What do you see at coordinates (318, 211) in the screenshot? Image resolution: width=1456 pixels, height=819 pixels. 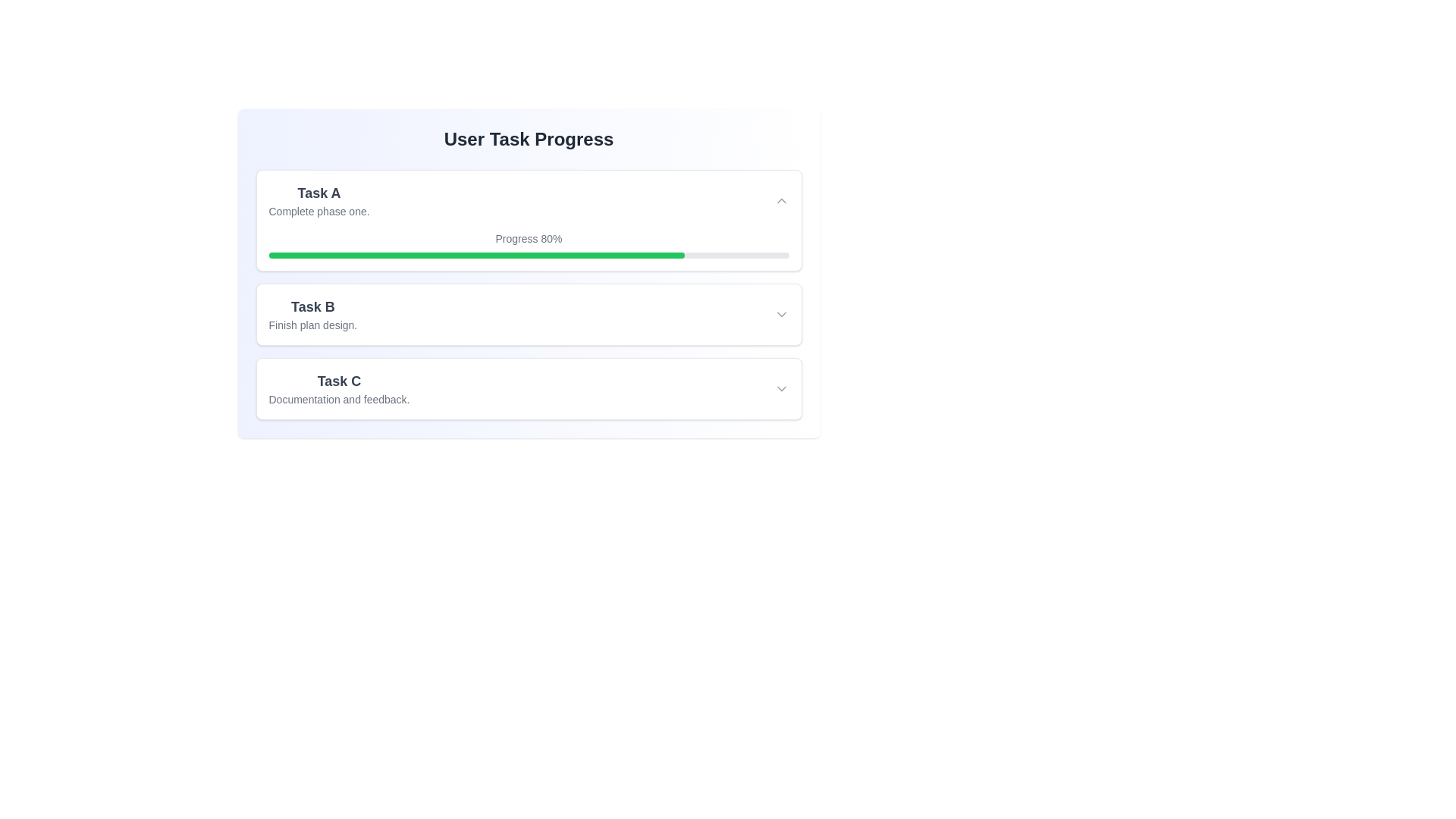 I see `the text label displaying 'Complete phase one.' which is positioned below the title 'Task A'` at bounding box center [318, 211].